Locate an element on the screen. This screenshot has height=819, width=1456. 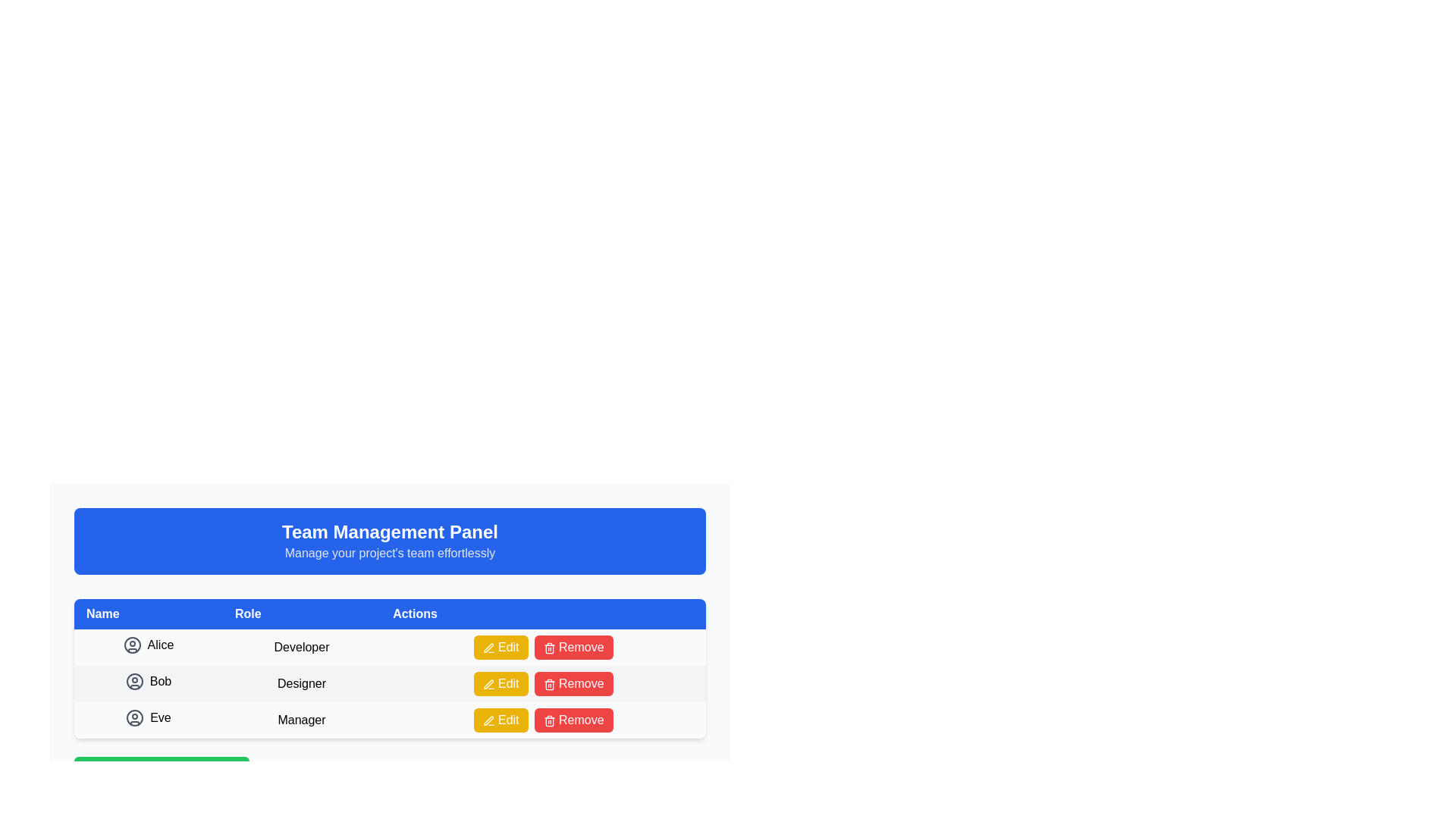
the circular user profile silhouette icon located in the second row of the tabular structure under the 'Name' column, adjacent to the text 'Bob' is located at coordinates (134, 680).